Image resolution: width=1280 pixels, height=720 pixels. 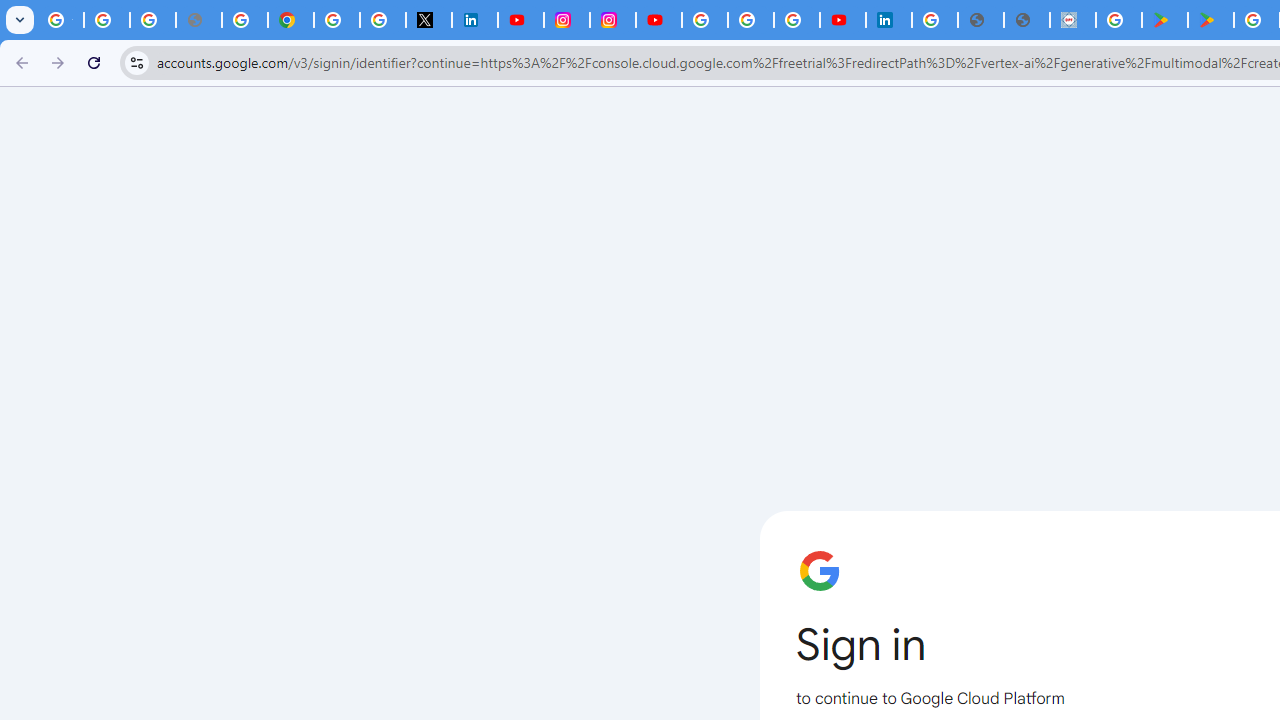 I want to click on 'support.google.com - Network error', so click(x=198, y=20).